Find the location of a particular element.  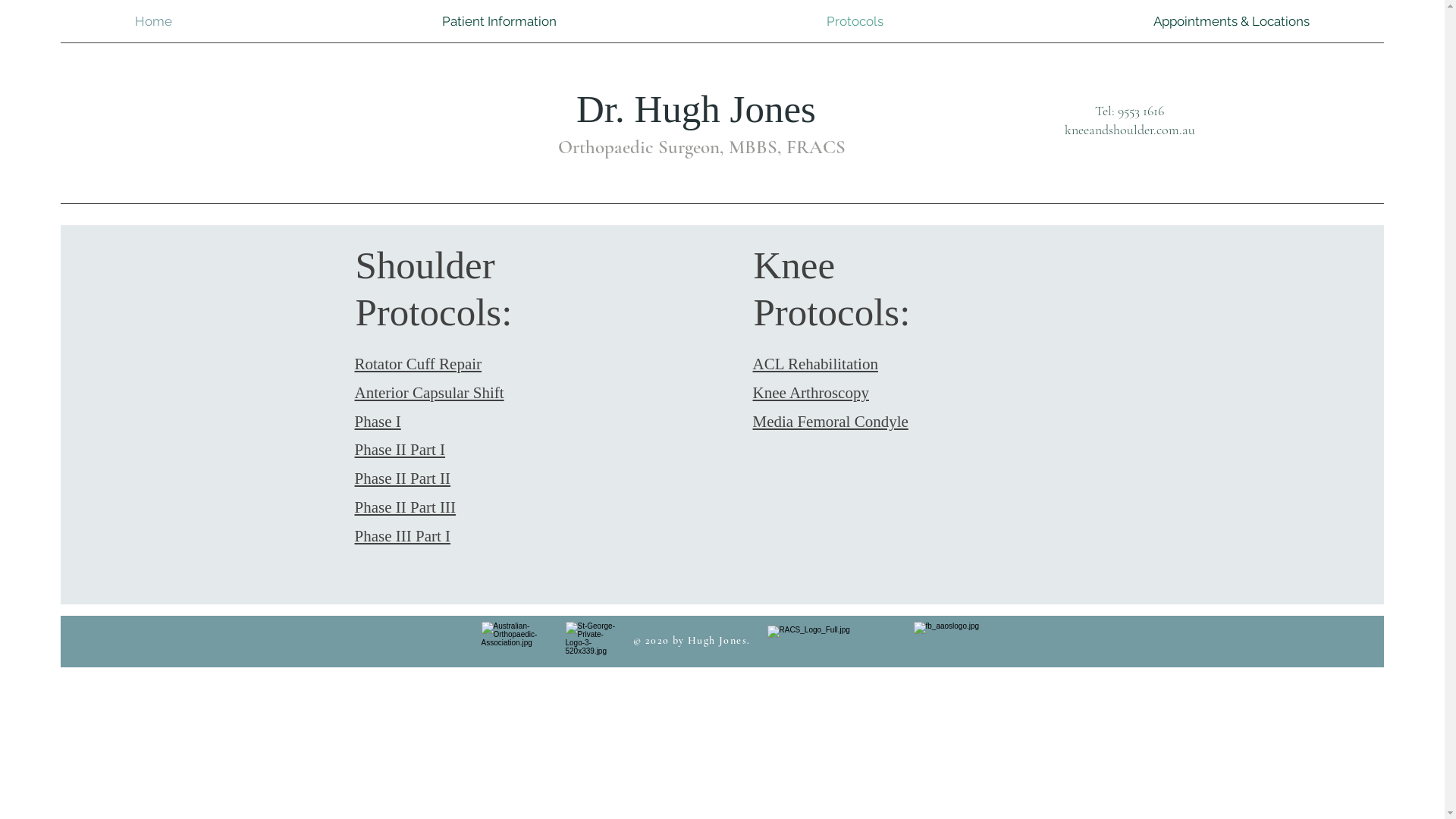

'Shoulder Protocols:' is located at coordinates (432, 289).